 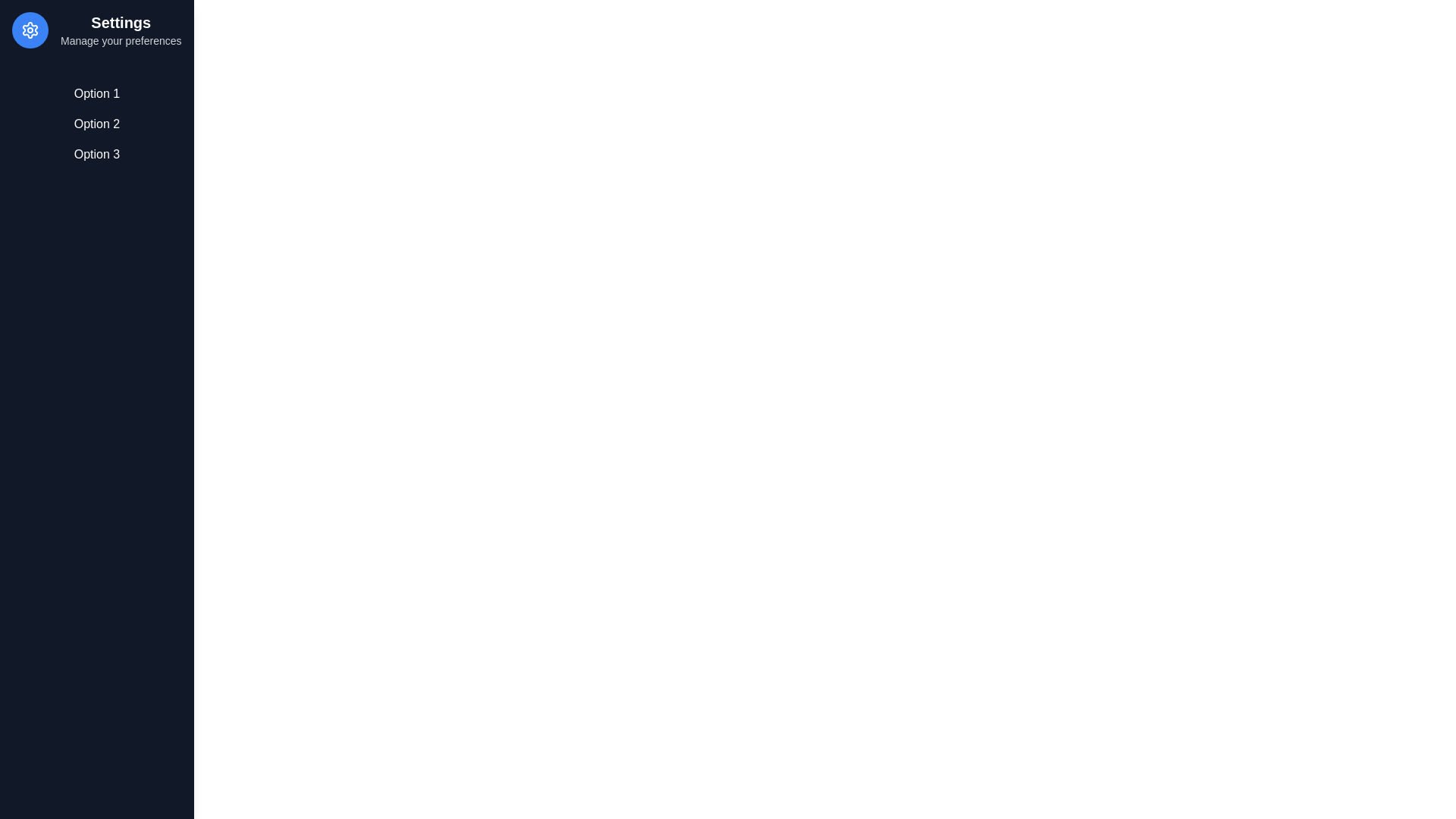 What do you see at coordinates (30, 30) in the screenshot?
I see `the gear-like icon in the sidebar menu` at bounding box center [30, 30].